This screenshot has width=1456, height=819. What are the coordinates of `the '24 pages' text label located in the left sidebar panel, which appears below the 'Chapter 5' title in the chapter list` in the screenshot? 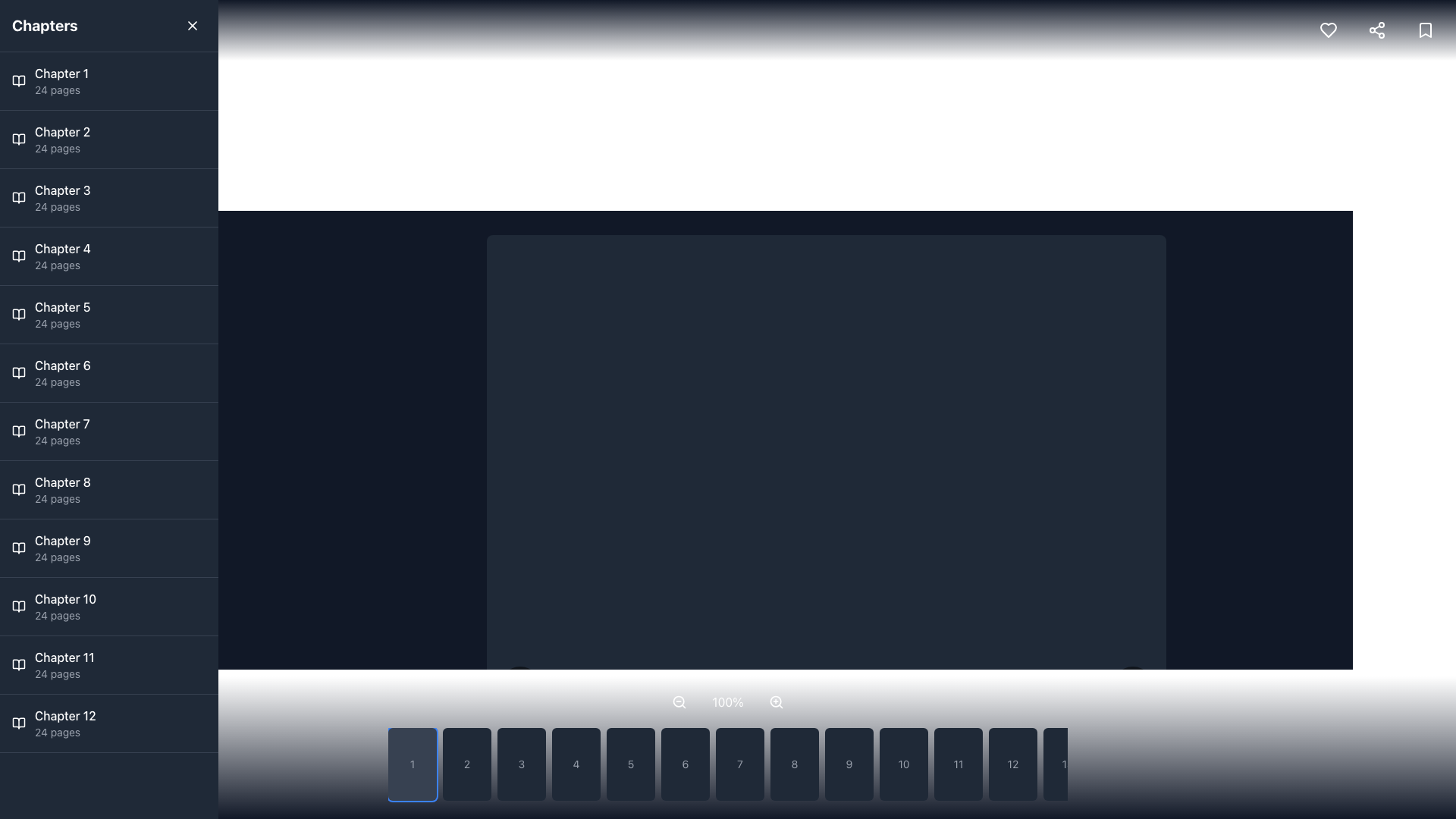 It's located at (61, 323).